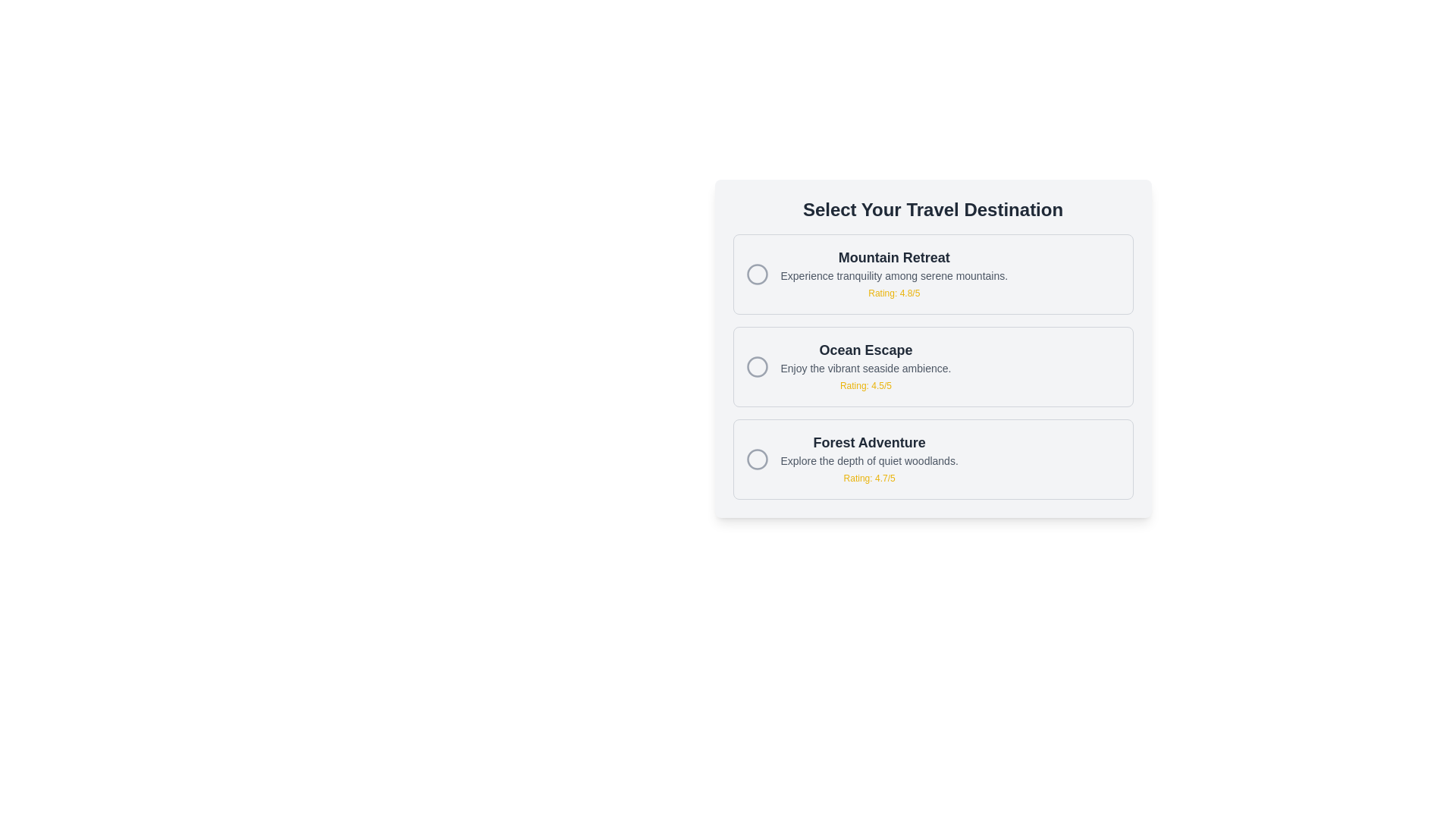 This screenshot has height=819, width=1456. Describe the element at coordinates (932, 366) in the screenshot. I see `descriptions or ratings of each card in the vertical list of selectable travel destinations located below the 'Select Your Travel Destination' header` at that location.